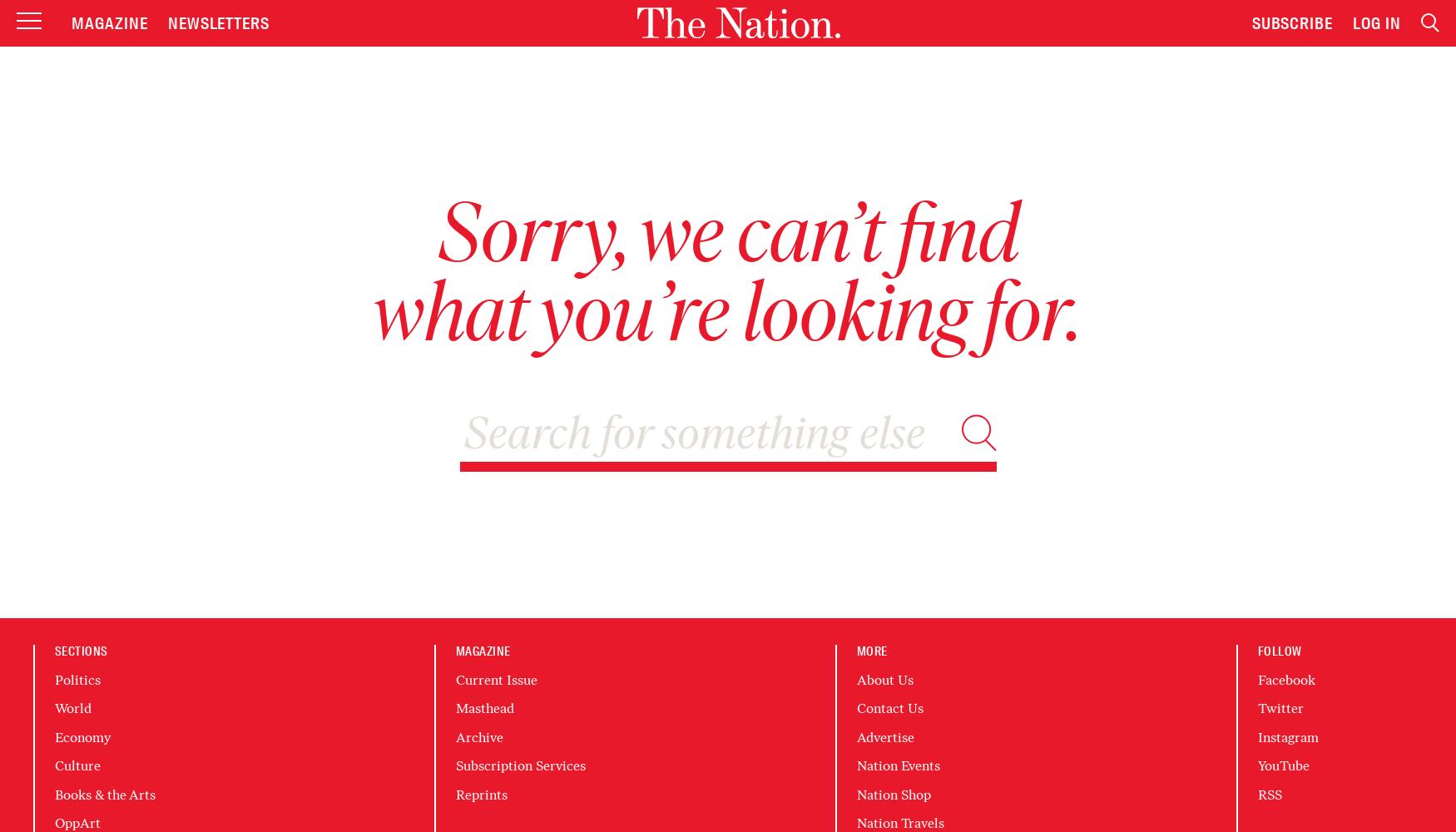 The width and height of the screenshot is (1456, 832). I want to click on 'Subscription Services', so click(520, 765).